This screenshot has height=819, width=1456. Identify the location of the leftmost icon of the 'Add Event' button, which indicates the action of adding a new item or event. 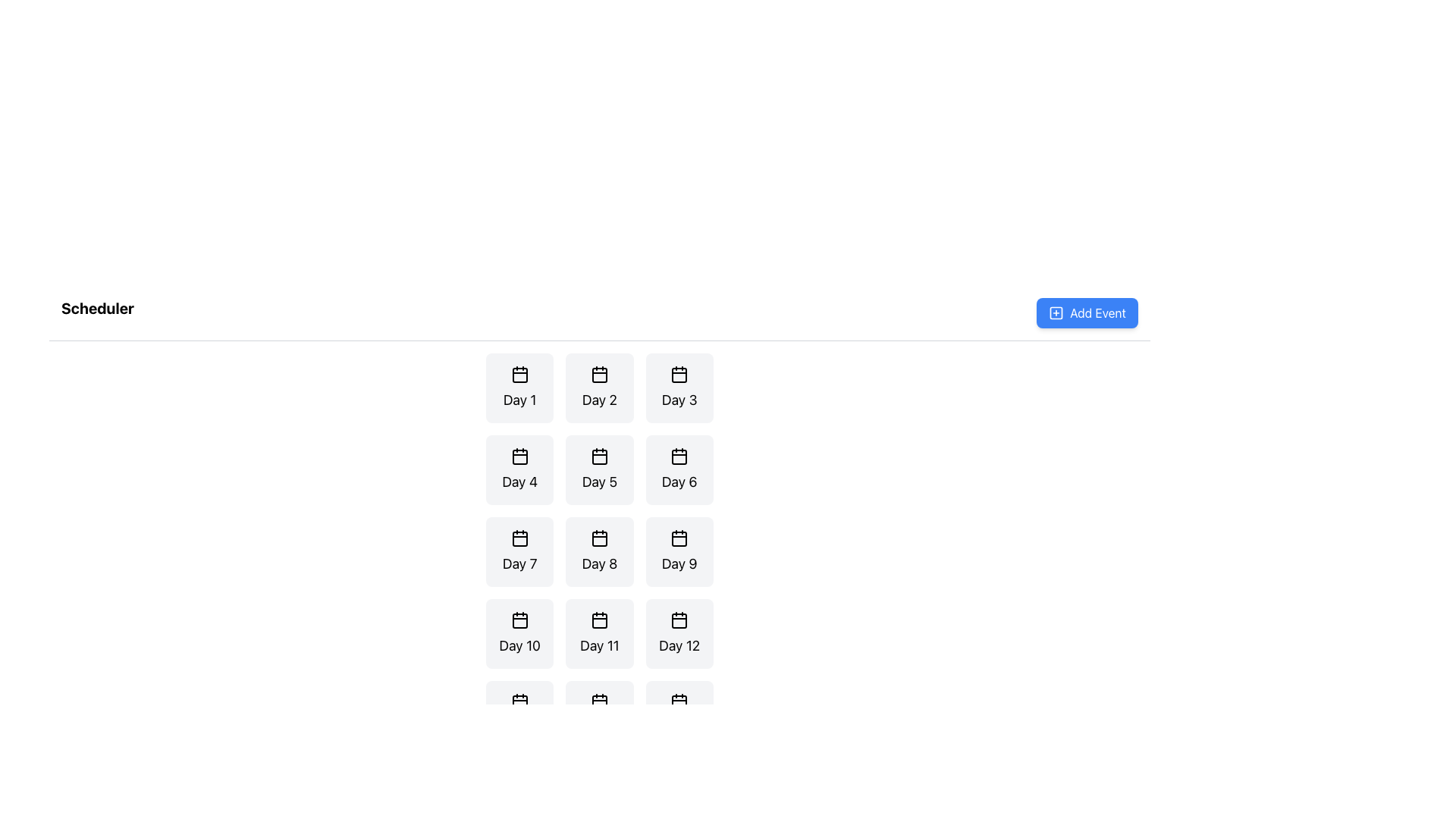
(1056, 312).